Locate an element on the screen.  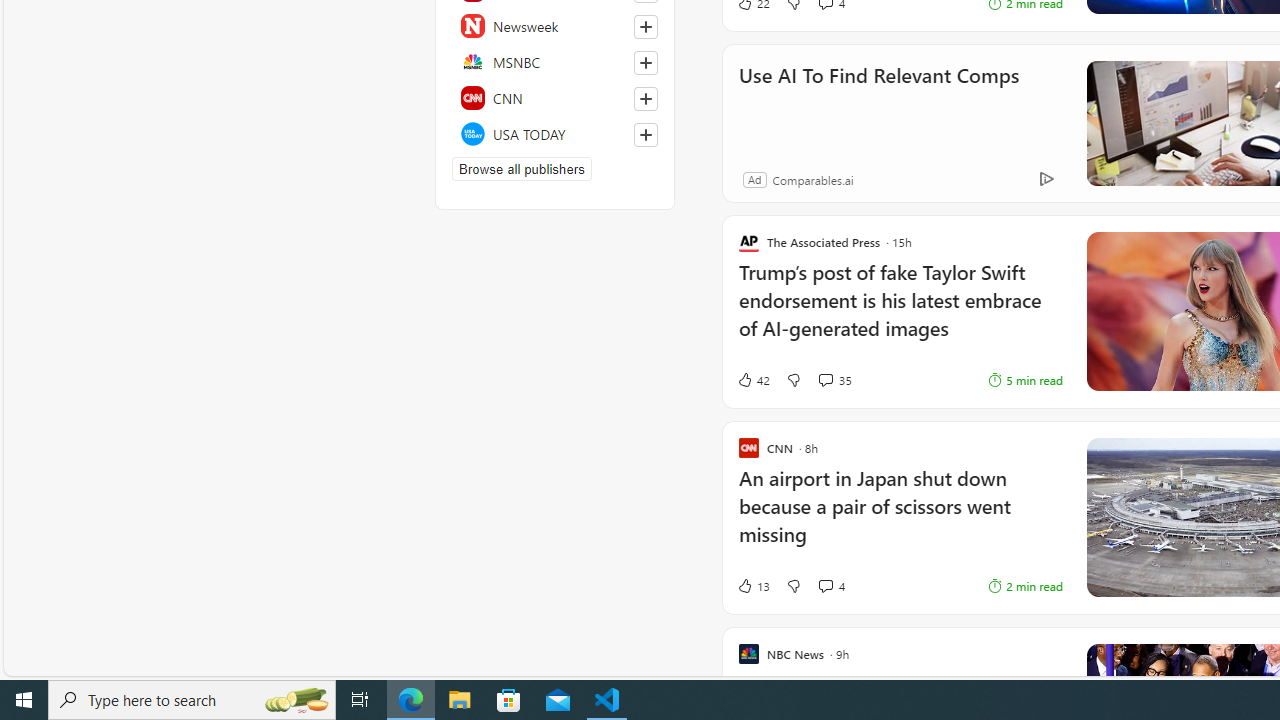
'Comparables.ai' is located at coordinates (812, 178).